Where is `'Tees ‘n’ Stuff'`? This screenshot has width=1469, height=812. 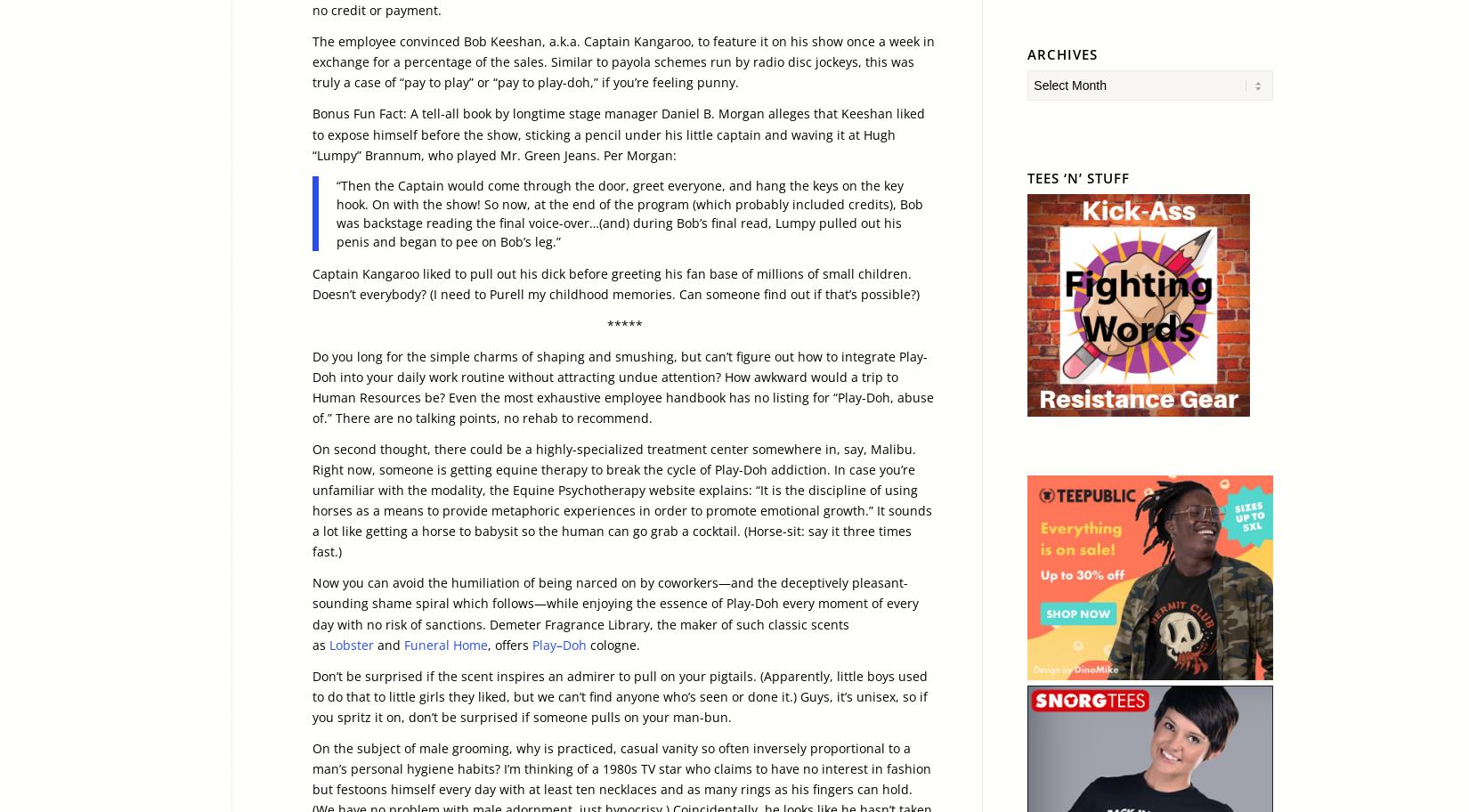 'Tees ‘n’ Stuff' is located at coordinates (1078, 177).